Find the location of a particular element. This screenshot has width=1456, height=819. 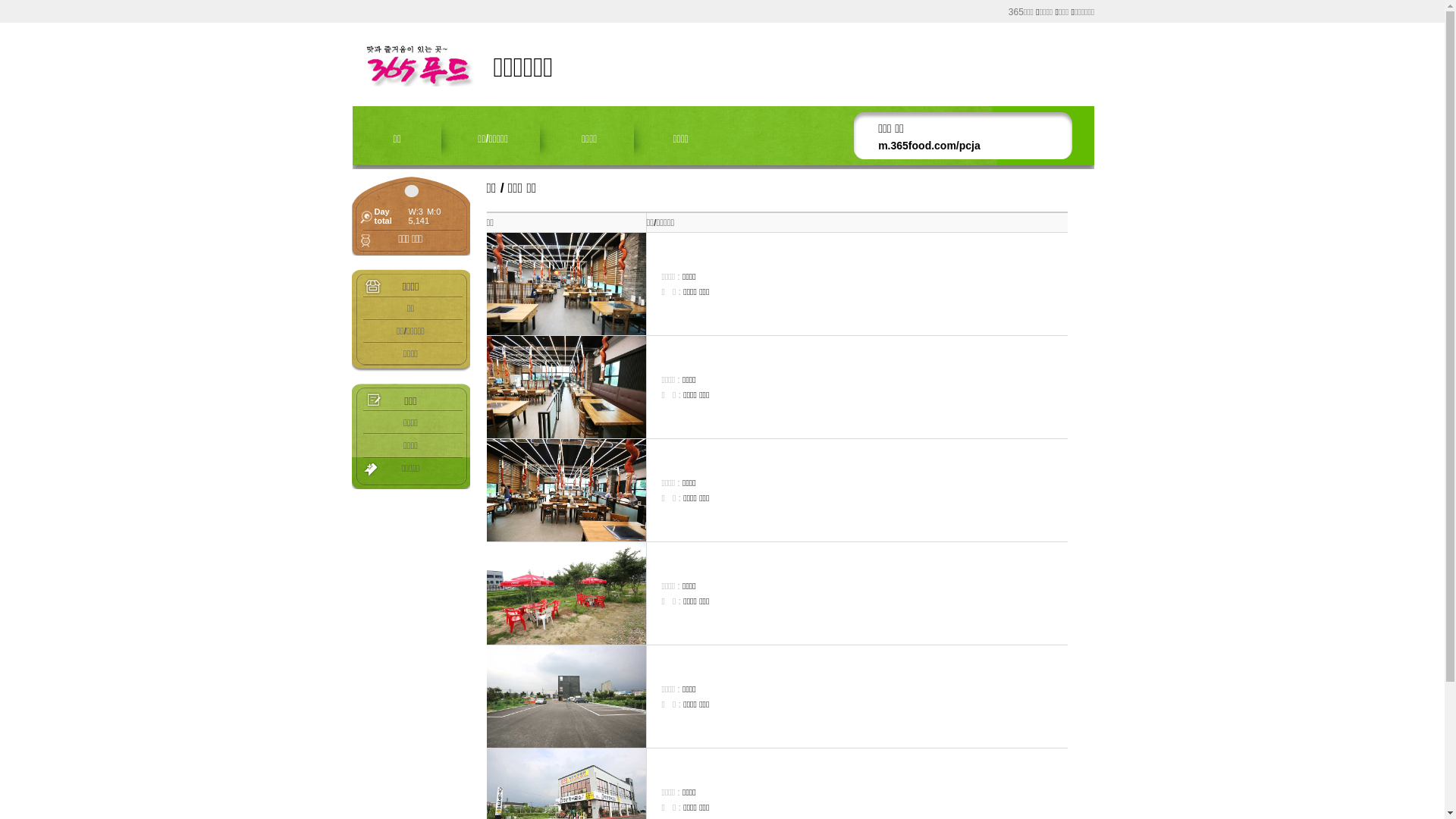

'm.365food.com/pcja' is located at coordinates (928, 146).